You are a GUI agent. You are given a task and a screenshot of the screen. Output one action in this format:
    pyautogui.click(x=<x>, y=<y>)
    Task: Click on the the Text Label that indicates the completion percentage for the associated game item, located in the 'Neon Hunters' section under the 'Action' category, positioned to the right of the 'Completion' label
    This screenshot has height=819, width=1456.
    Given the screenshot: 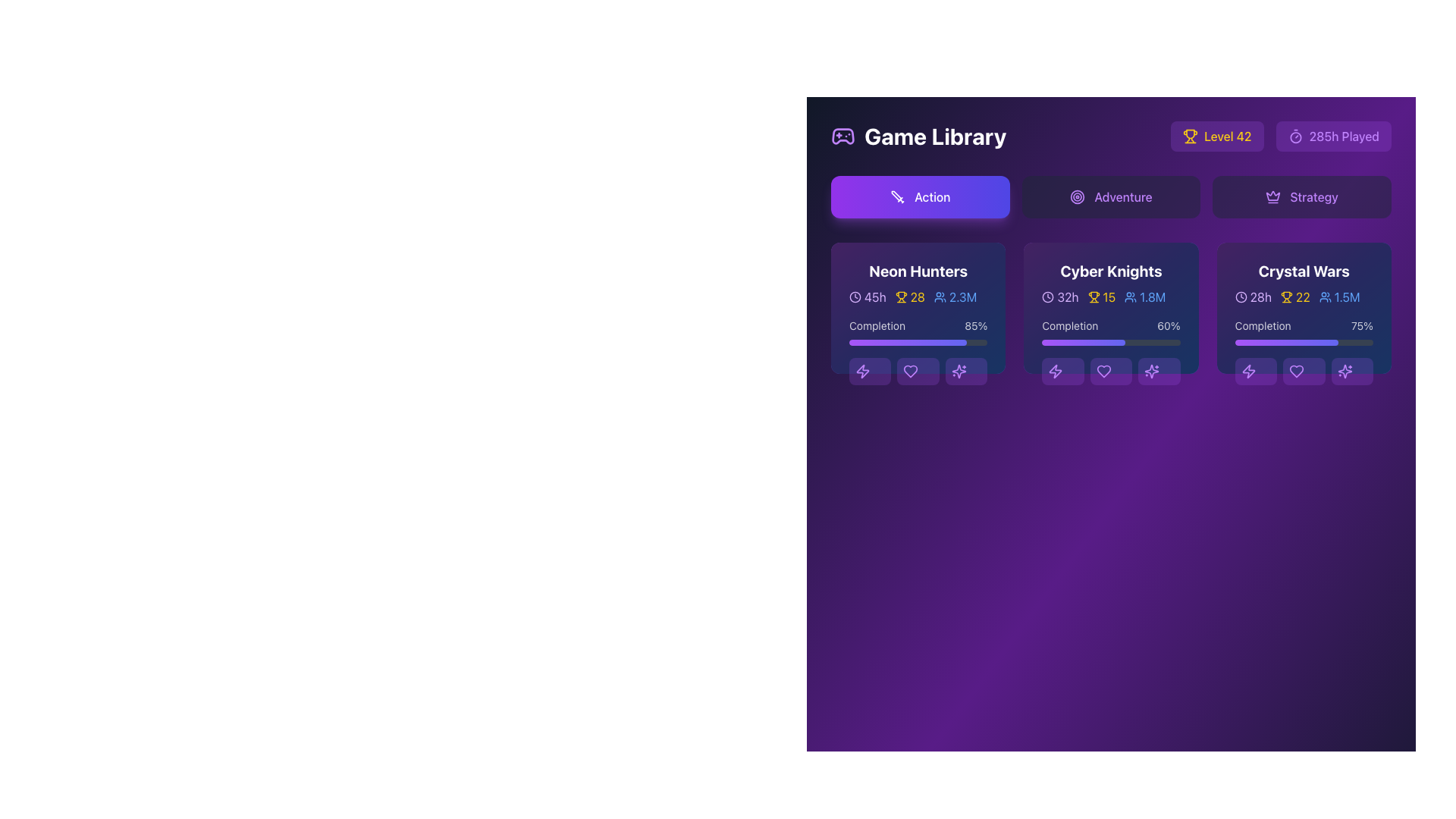 What is the action you would take?
    pyautogui.click(x=976, y=325)
    